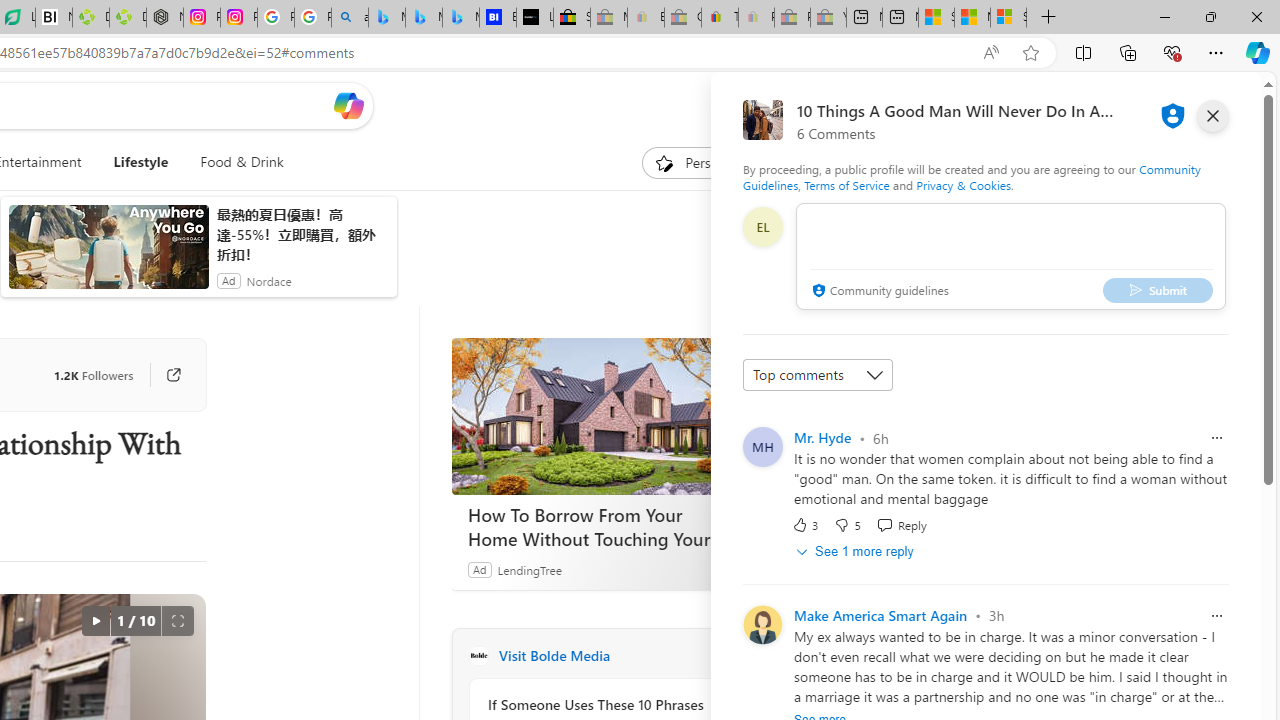  Describe the element at coordinates (823, 436) in the screenshot. I see `'Mr. Hyde'` at that location.